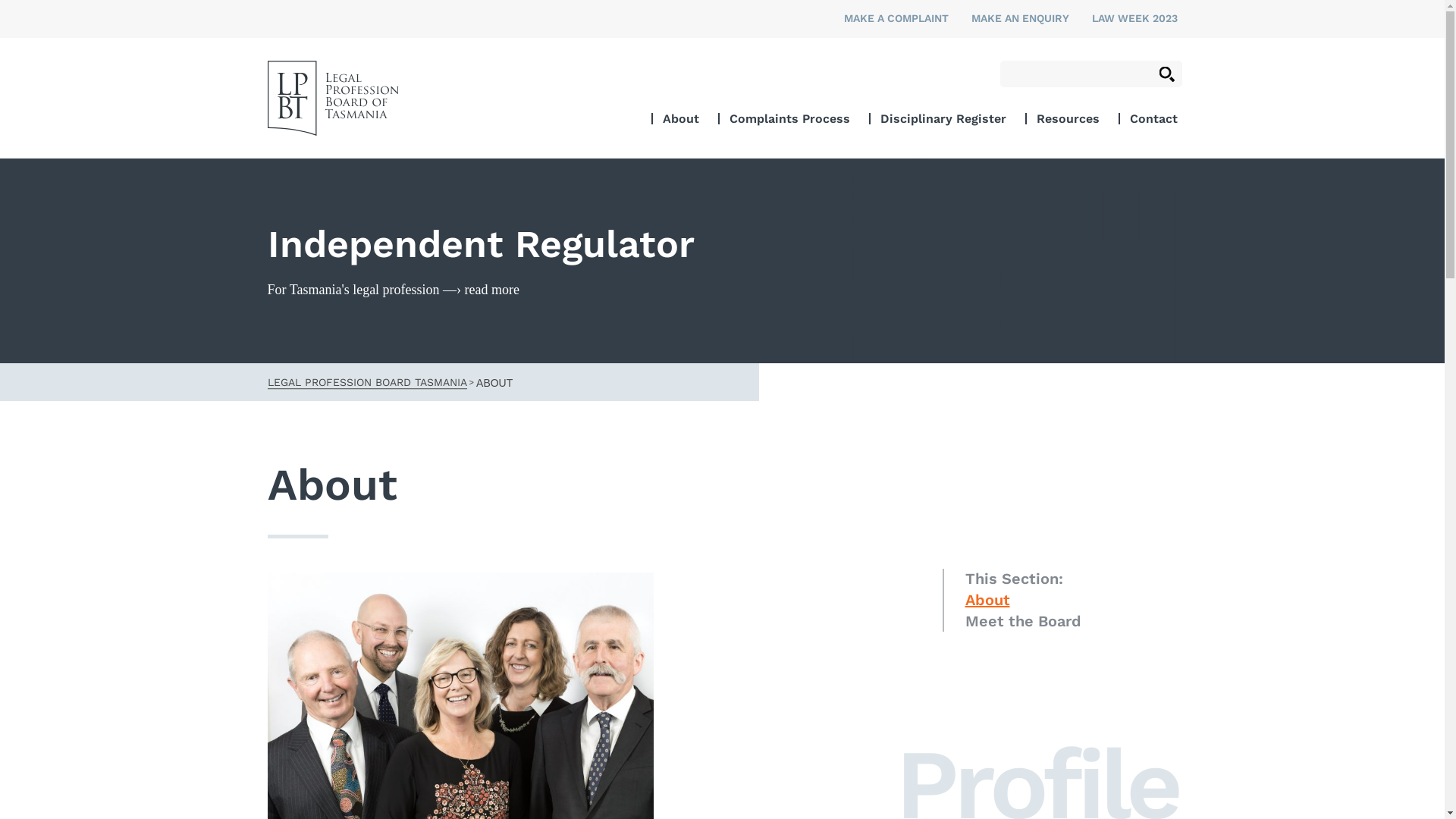  I want to click on 'Meet the Board', so click(964, 620).